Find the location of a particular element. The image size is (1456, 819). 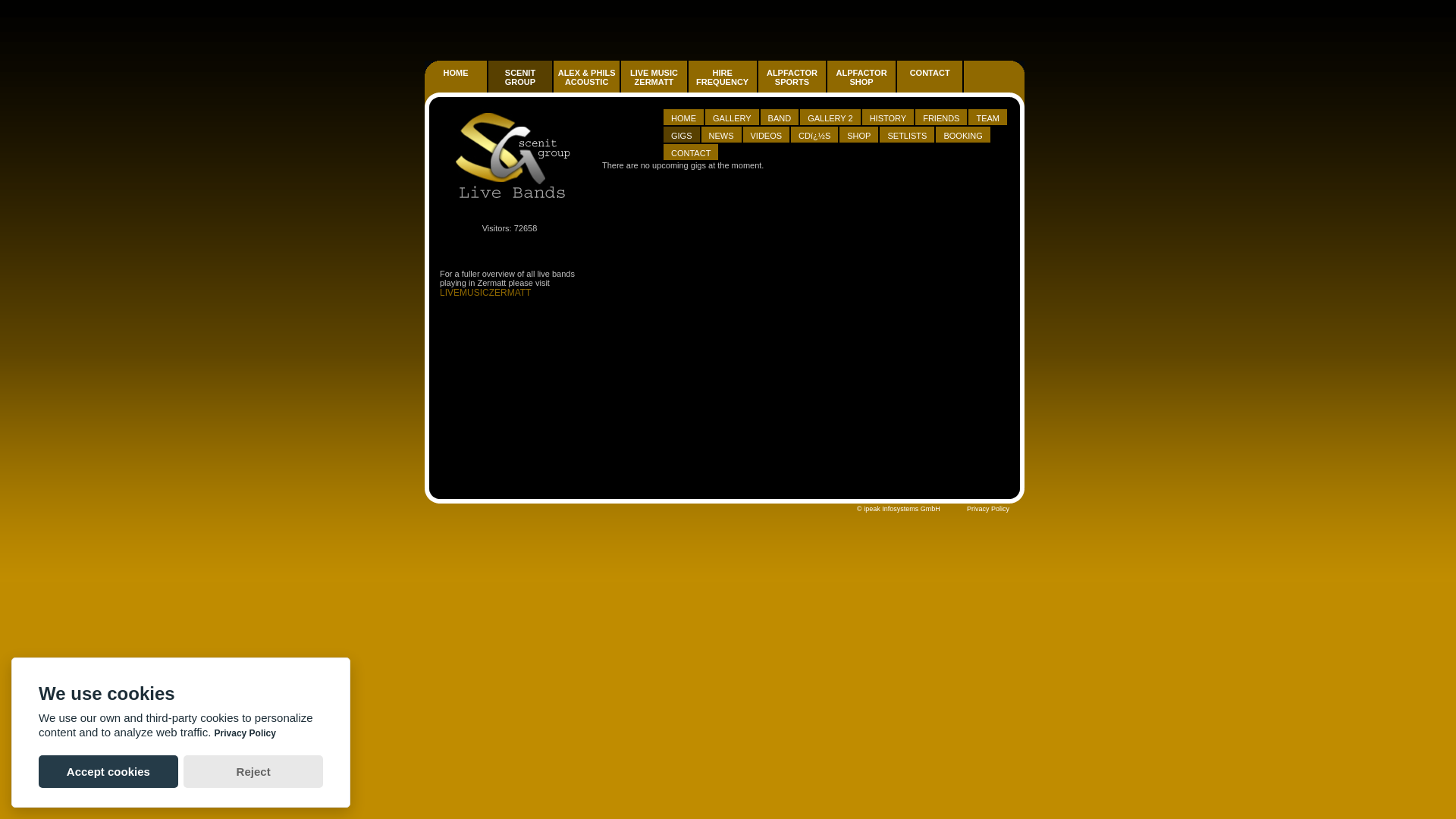

'TEAM' is located at coordinates (987, 116).